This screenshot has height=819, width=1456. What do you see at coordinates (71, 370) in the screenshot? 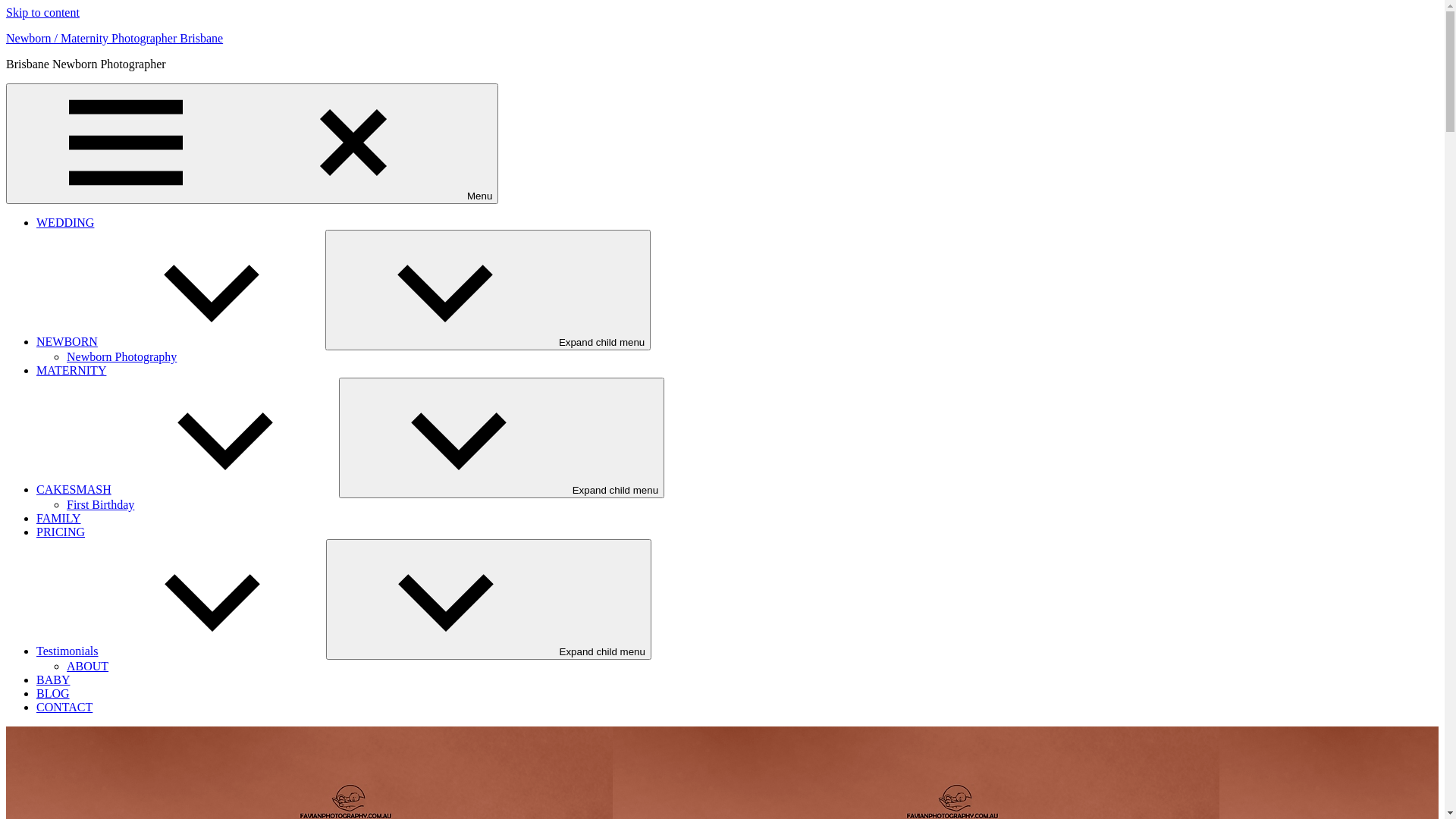
I see `'MATERNITY'` at bounding box center [71, 370].